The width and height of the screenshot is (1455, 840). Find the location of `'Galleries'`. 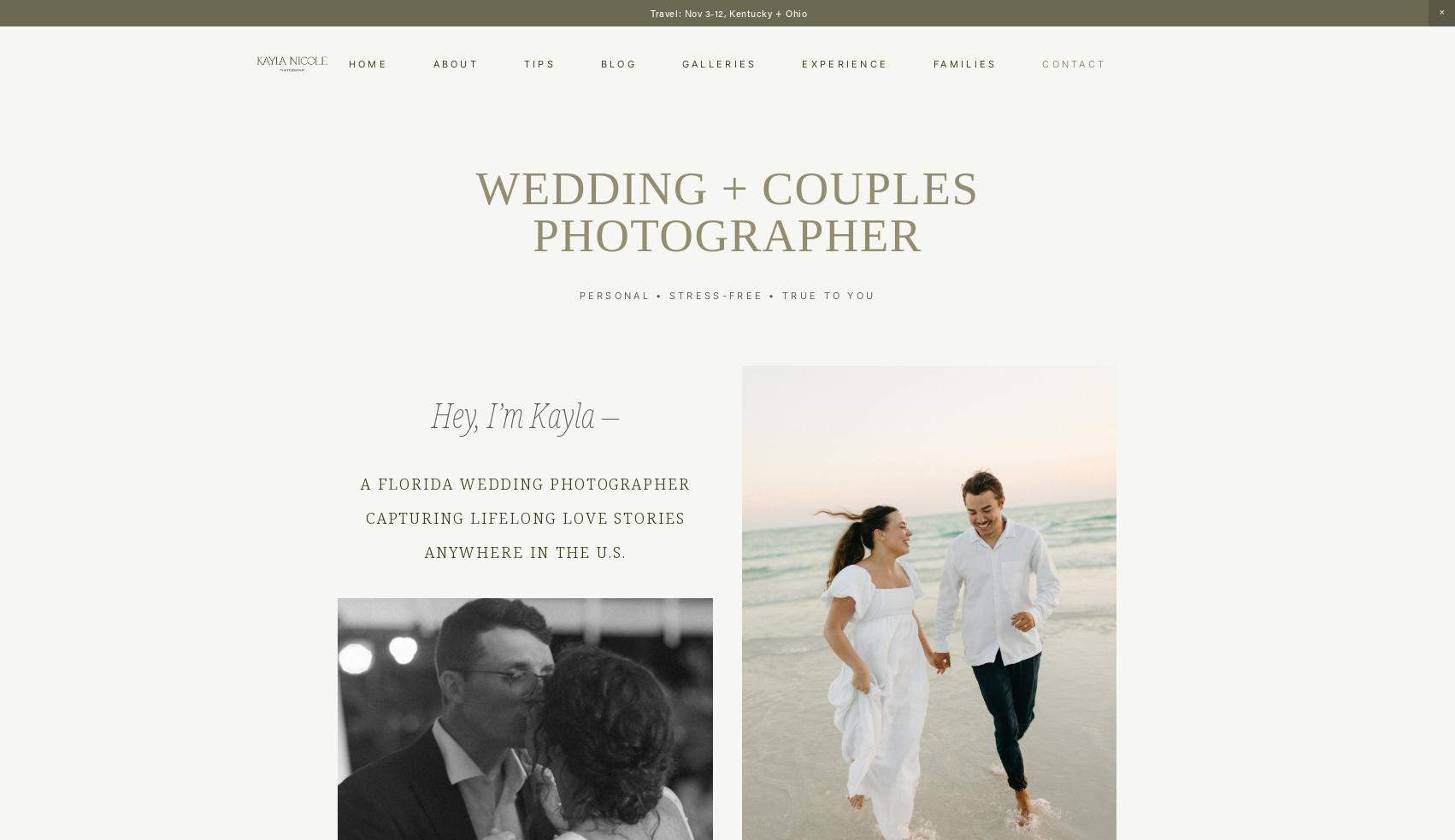

'Galleries' is located at coordinates (717, 62).